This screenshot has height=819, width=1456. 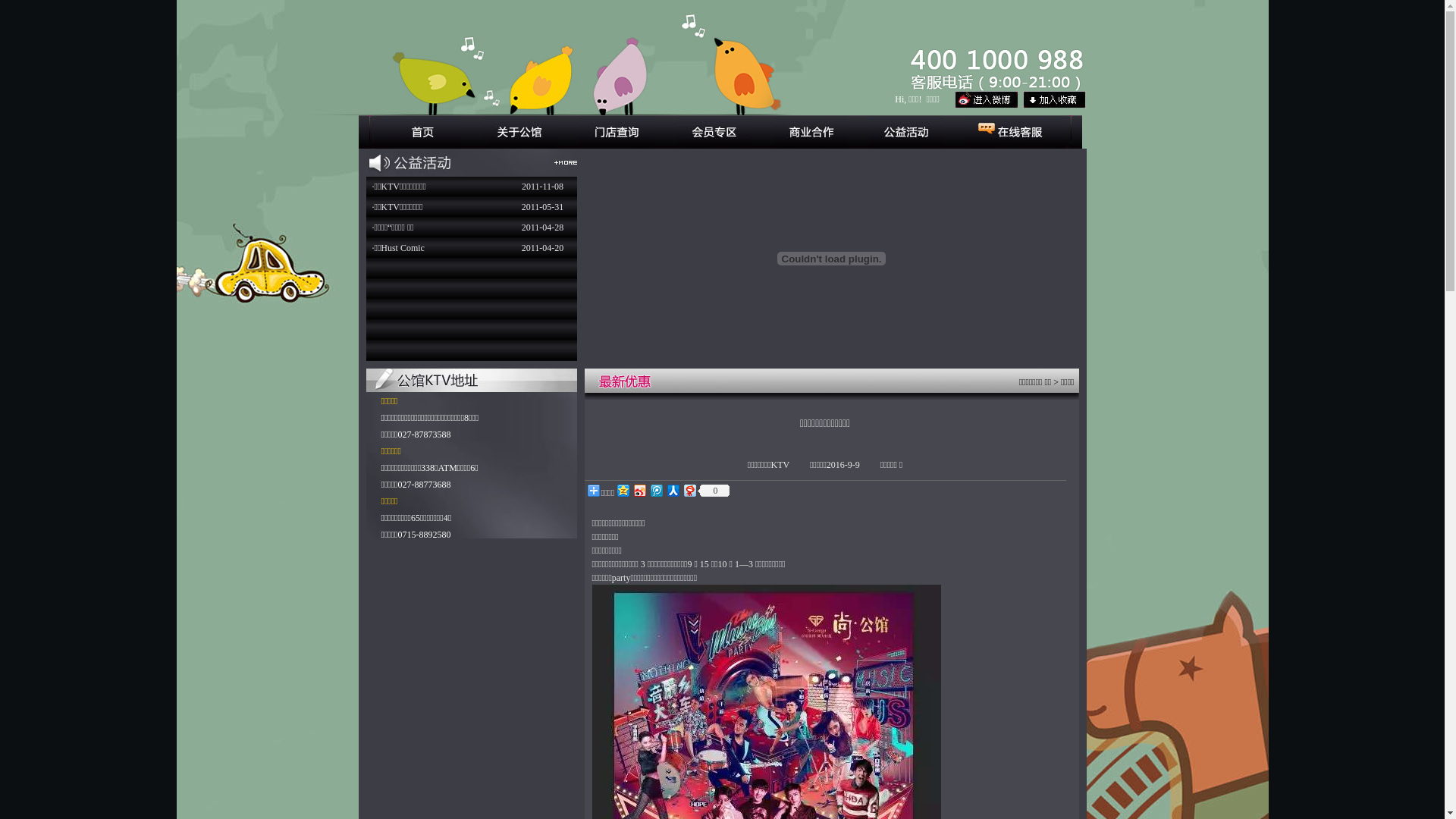 I want to click on '0', so click(x=697, y=491).